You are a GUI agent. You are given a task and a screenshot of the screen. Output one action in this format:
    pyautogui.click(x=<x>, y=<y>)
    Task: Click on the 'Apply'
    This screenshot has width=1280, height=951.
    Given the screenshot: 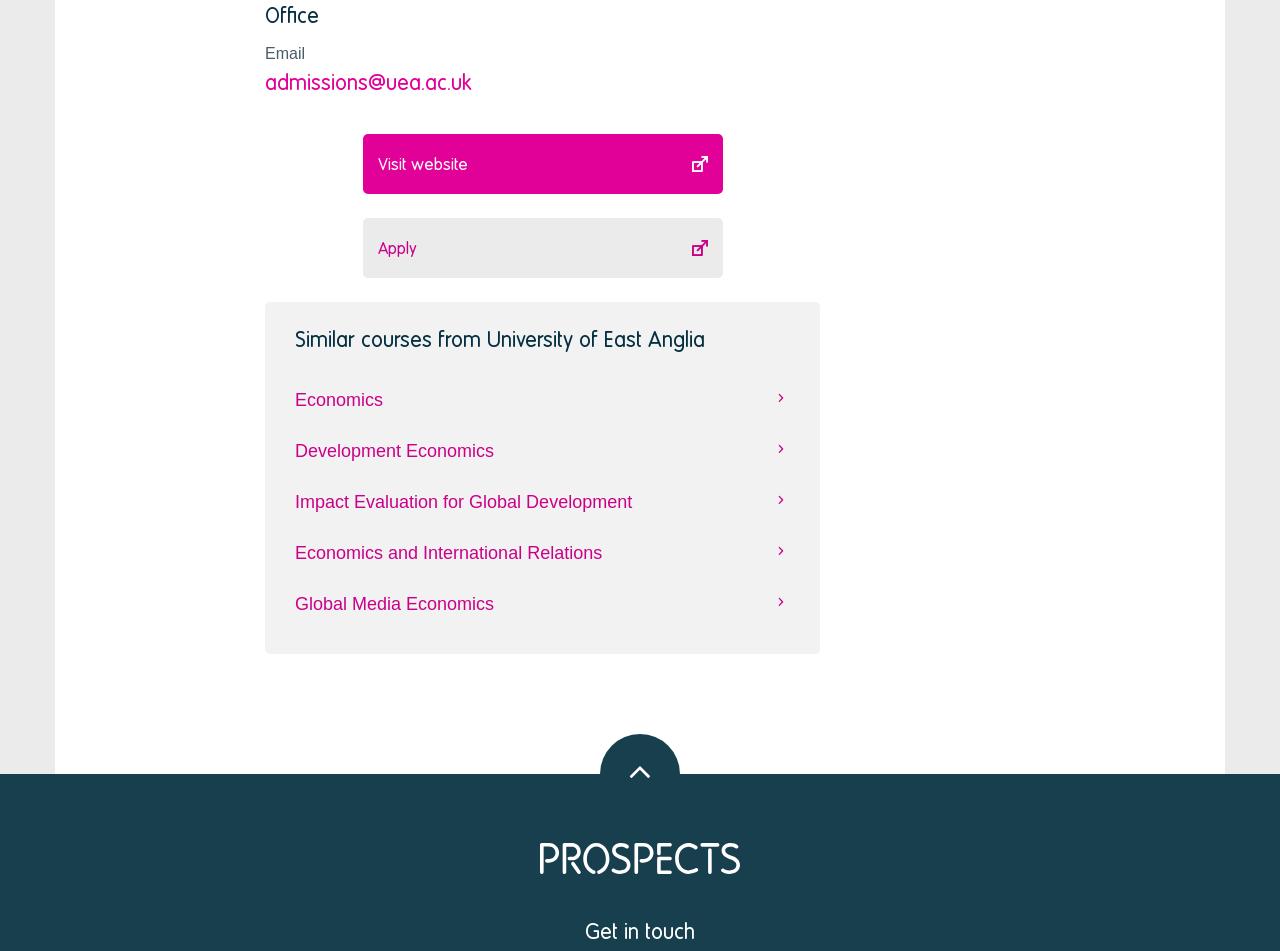 What is the action you would take?
    pyautogui.click(x=396, y=246)
    